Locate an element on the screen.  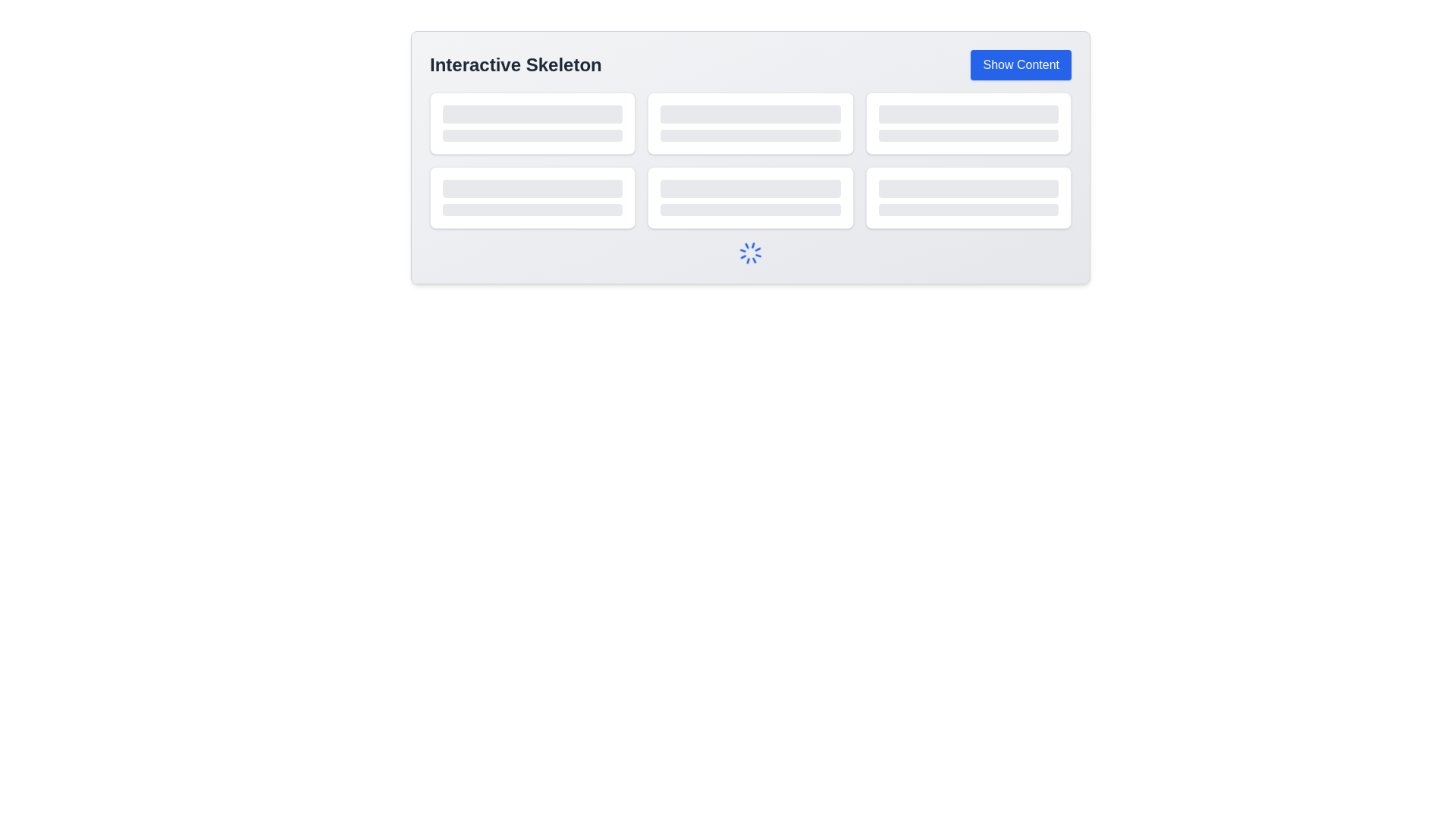
the static visual element or skeleton placeholder located at the bottom-right corner of the grouped rectangular boxes is located at coordinates (968, 188).